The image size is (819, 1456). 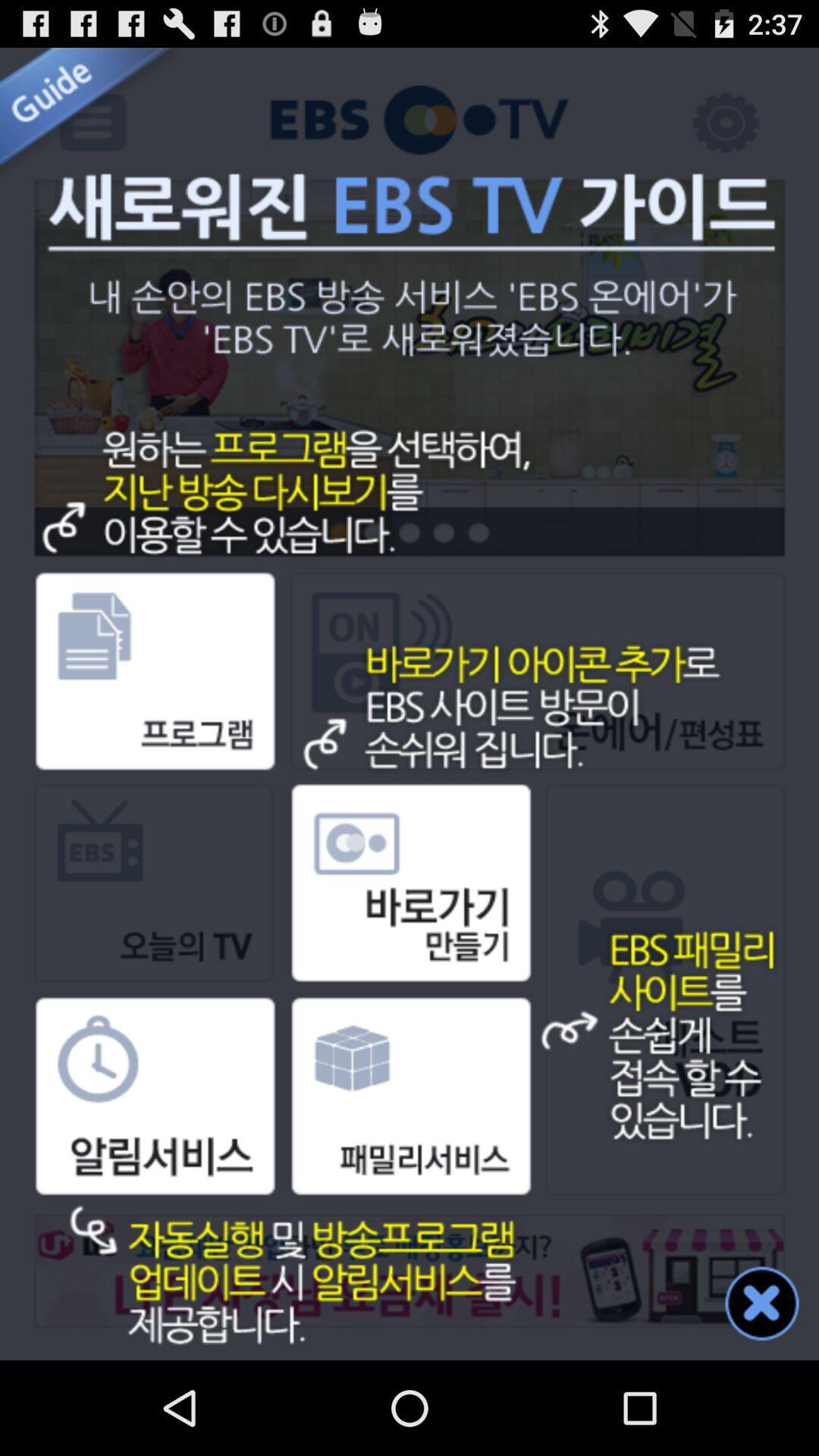 What do you see at coordinates (762, 1395) in the screenshot?
I see `the close icon` at bounding box center [762, 1395].